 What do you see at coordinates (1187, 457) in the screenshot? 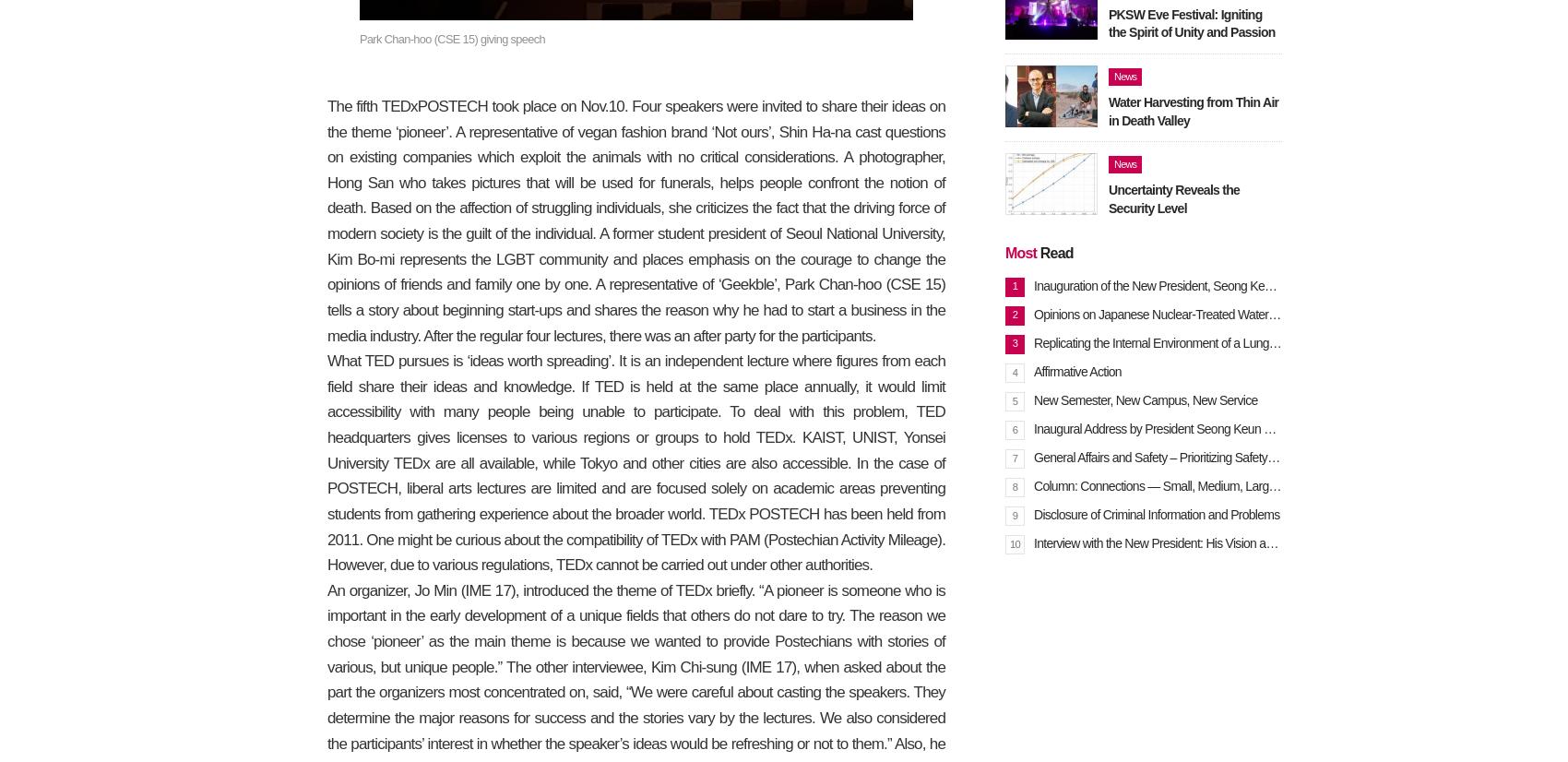
I see `'General Affairs and Safety – Prioritizing Safety at POSTECH'` at bounding box center [1187, 457].